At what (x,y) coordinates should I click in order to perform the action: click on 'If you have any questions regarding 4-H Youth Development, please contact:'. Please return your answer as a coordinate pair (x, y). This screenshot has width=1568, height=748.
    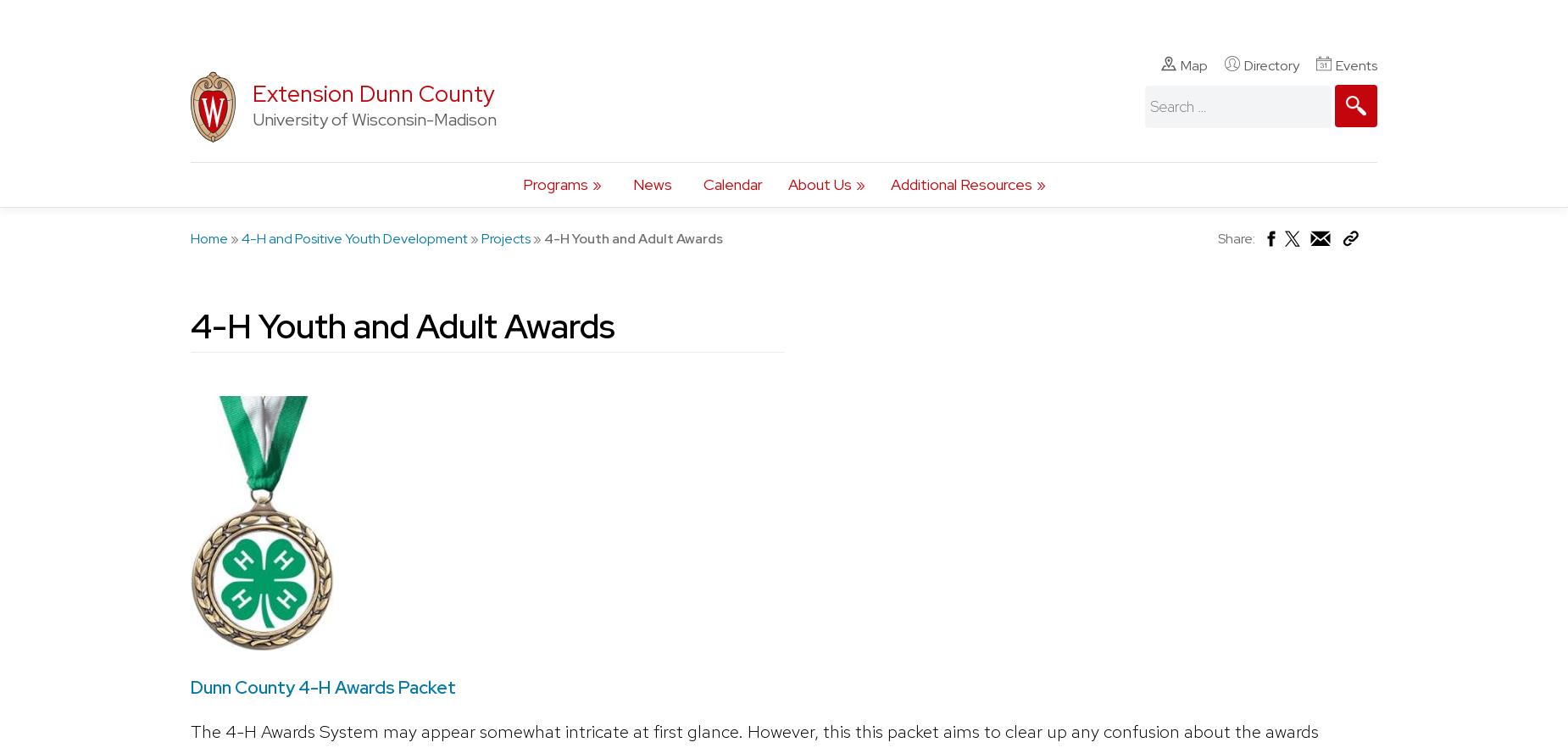
    Looking at the image, I should click on (625, 576).